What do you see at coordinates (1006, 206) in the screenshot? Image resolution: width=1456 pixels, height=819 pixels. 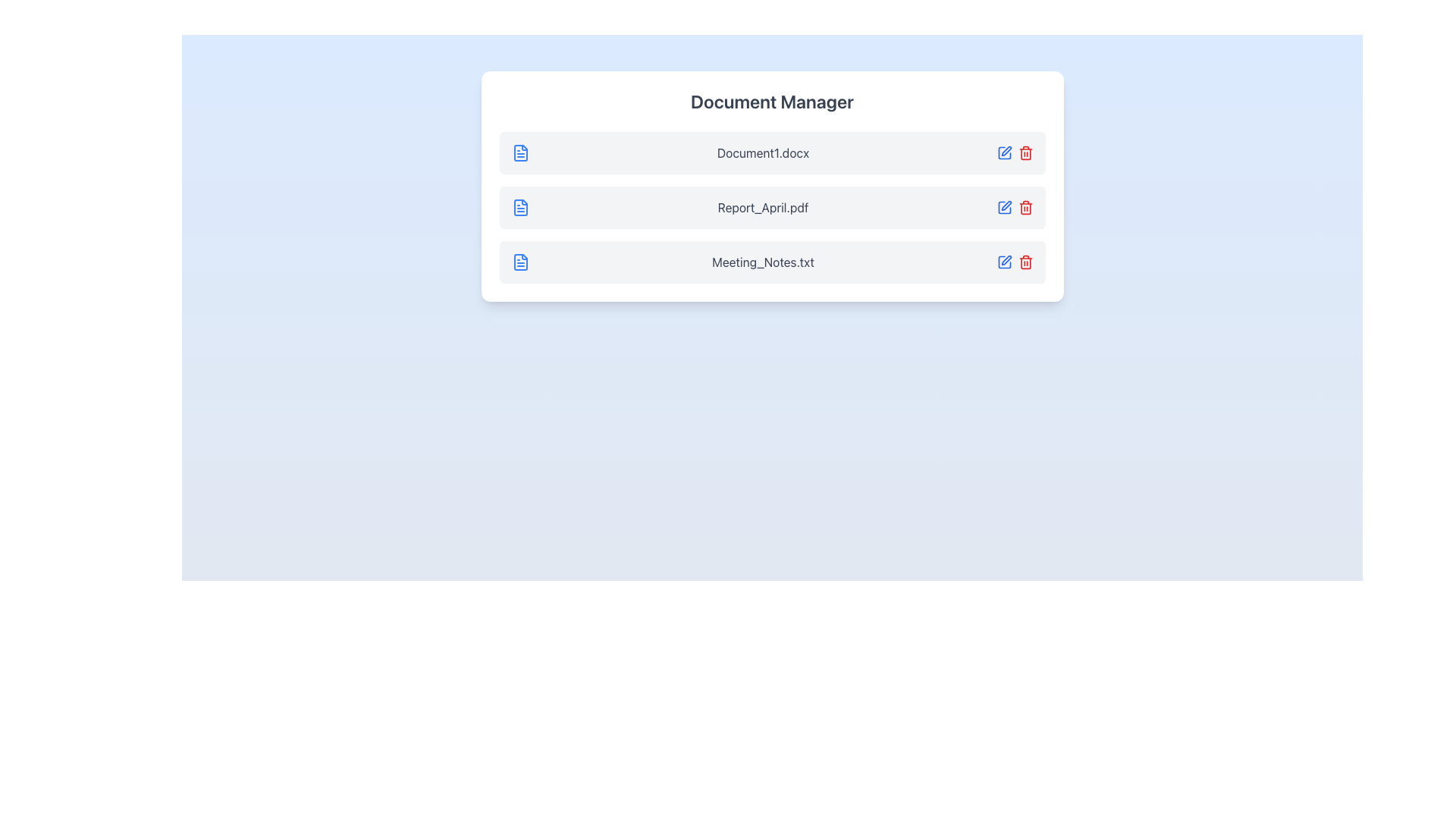 I see `the editing icon in the Document Manager interface` at bounding box center [1006, 206].